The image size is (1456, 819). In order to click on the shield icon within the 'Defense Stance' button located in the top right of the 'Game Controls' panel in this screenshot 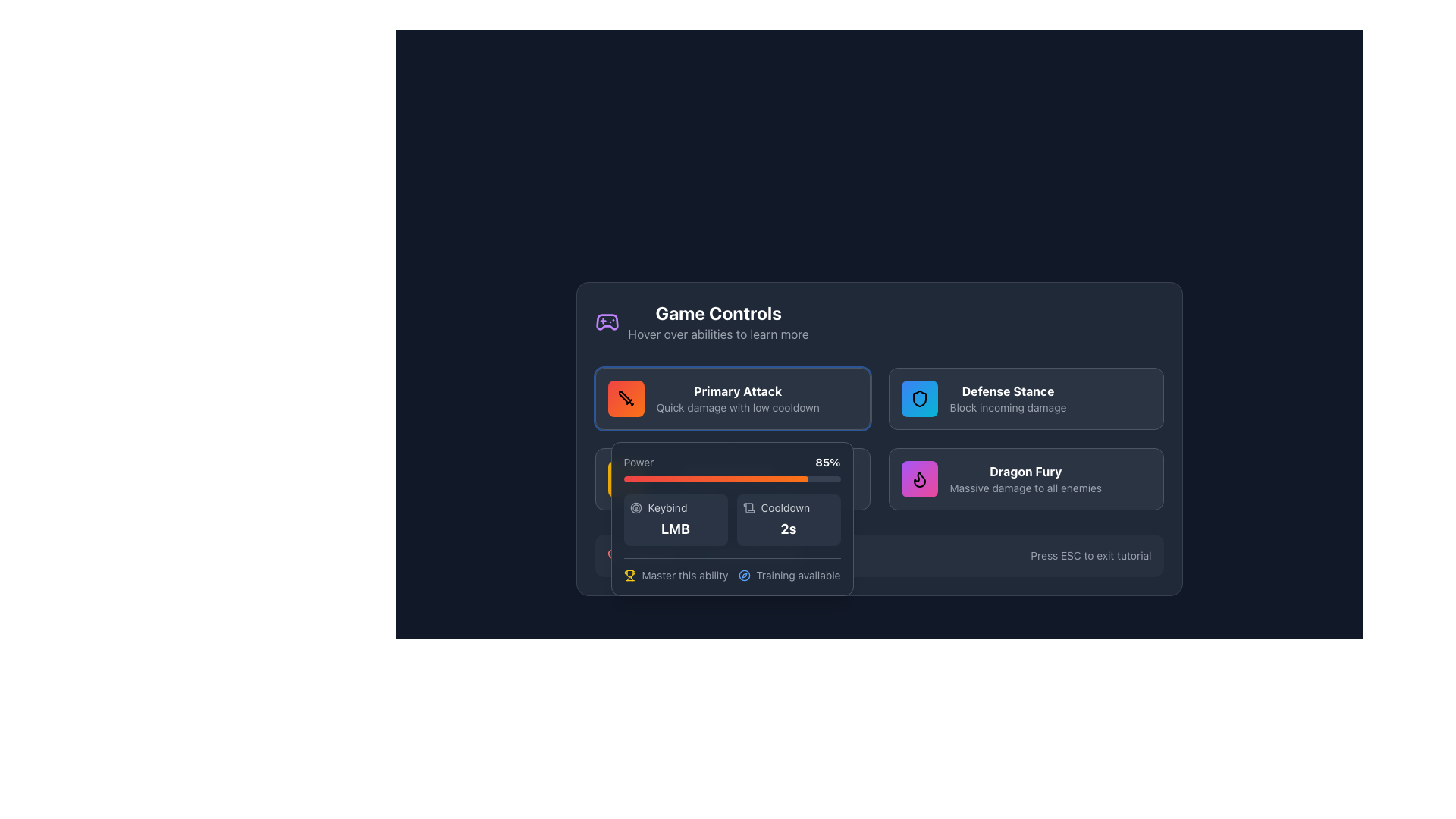, I will do `click(918, 397)`.